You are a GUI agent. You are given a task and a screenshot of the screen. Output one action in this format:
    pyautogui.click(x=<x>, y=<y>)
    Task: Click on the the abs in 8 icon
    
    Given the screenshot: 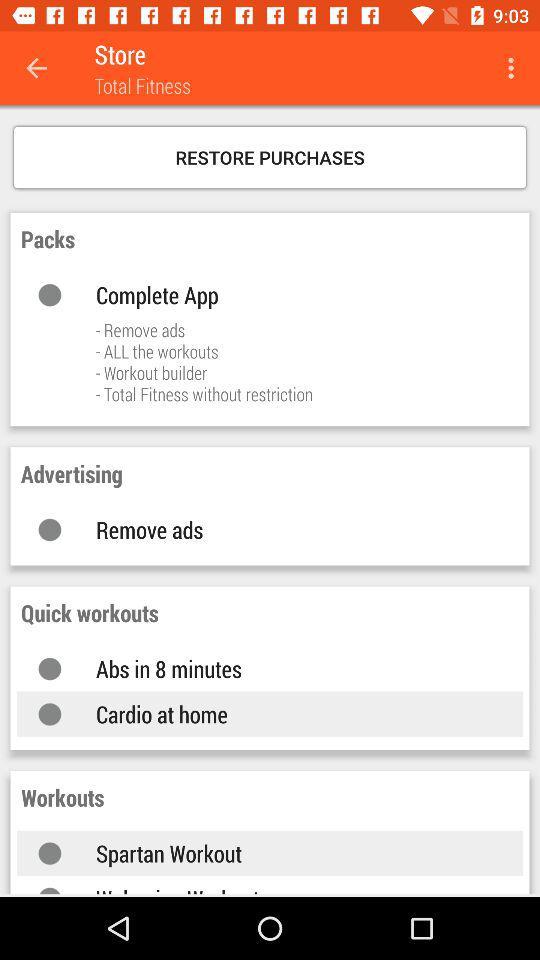 What is the action you would take?
    pyautogui.click(x=288, y=668)
    